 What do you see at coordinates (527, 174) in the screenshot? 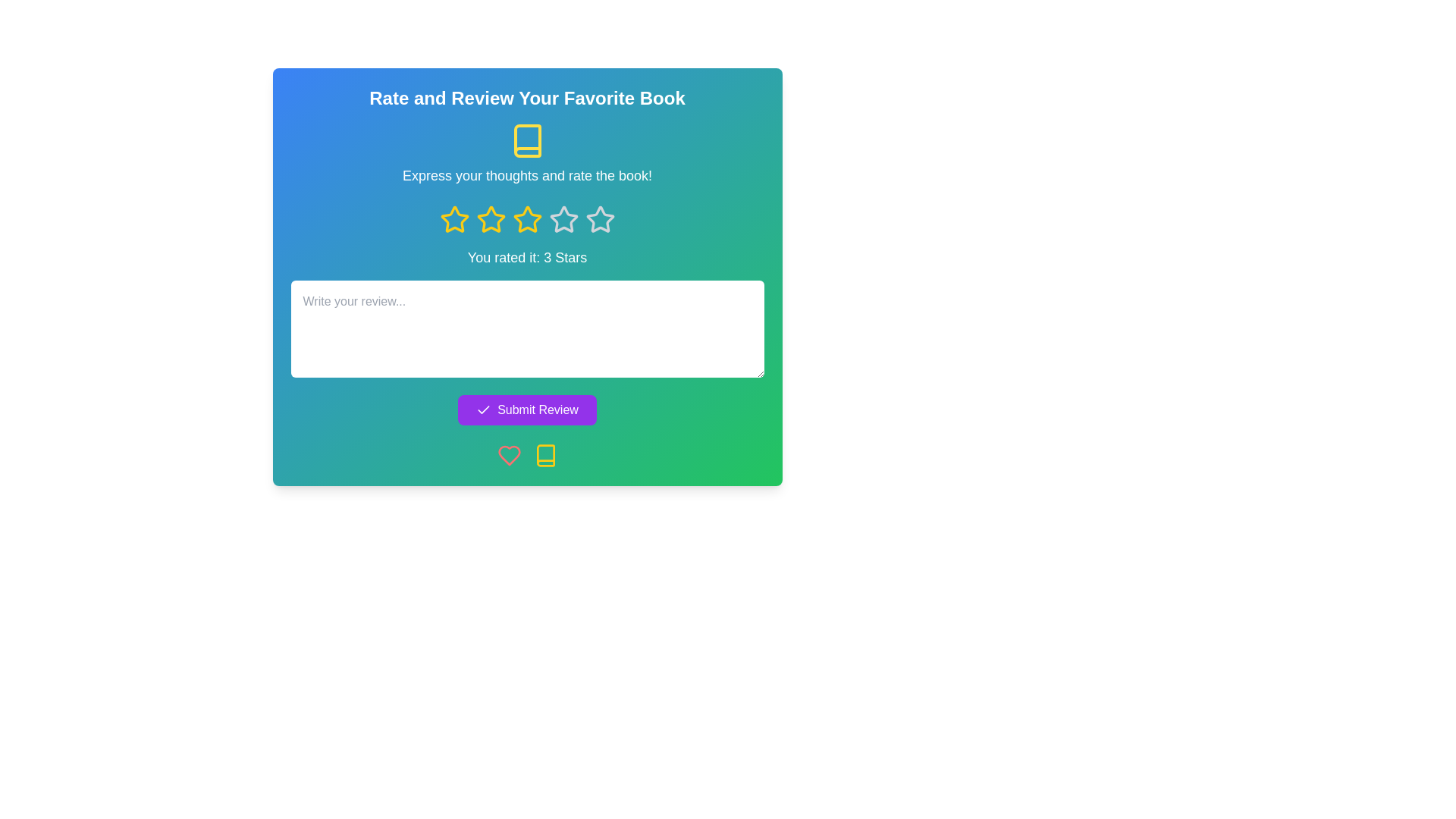
I see `the static text label displaying 'Express your thoughts and rate the book!' which is centrally located beneath a yellow book icon` at bounding box center [527, 174].